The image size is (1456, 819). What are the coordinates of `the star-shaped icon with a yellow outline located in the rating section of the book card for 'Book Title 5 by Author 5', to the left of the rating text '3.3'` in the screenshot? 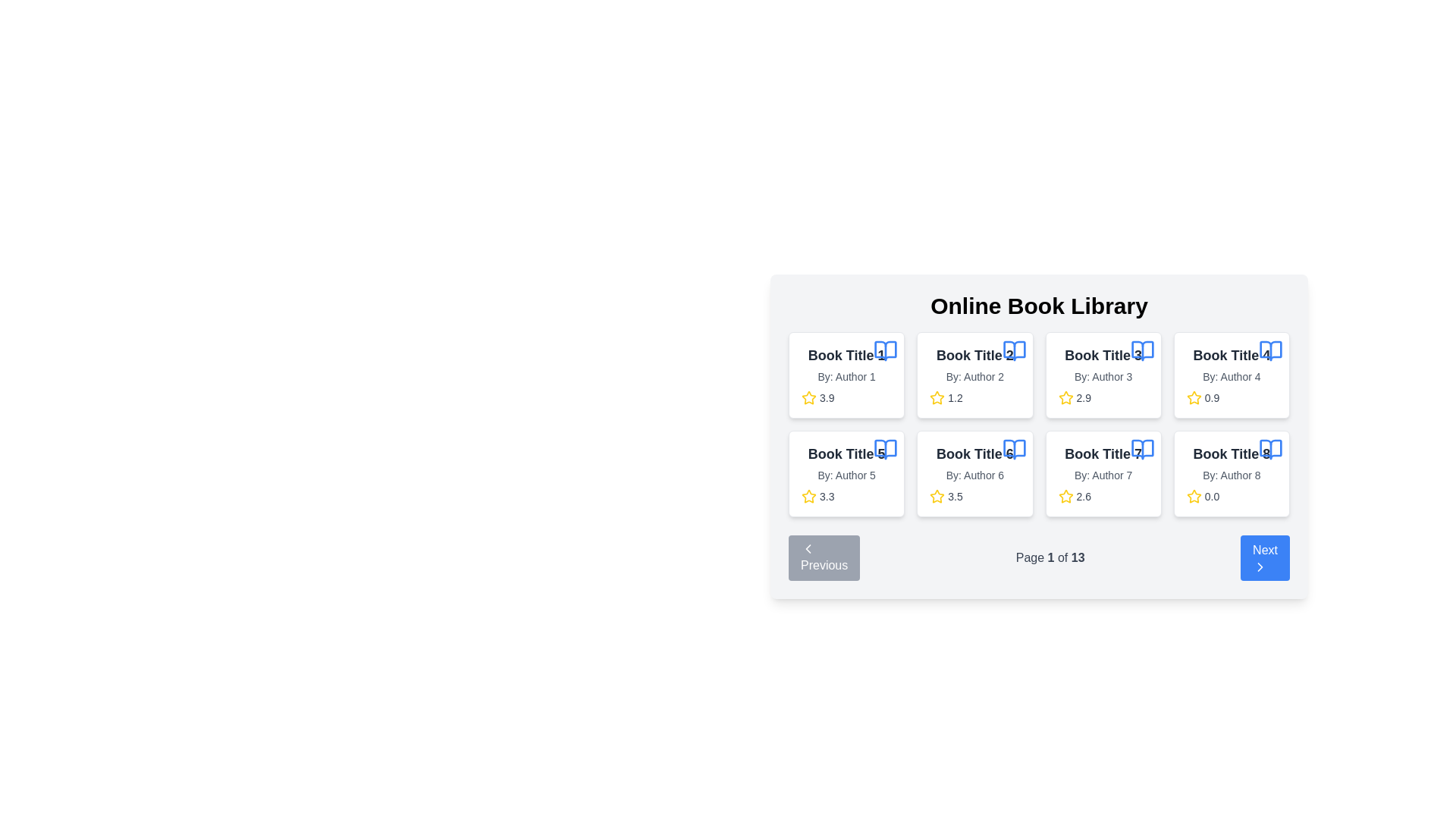 It's located at (808, 496).